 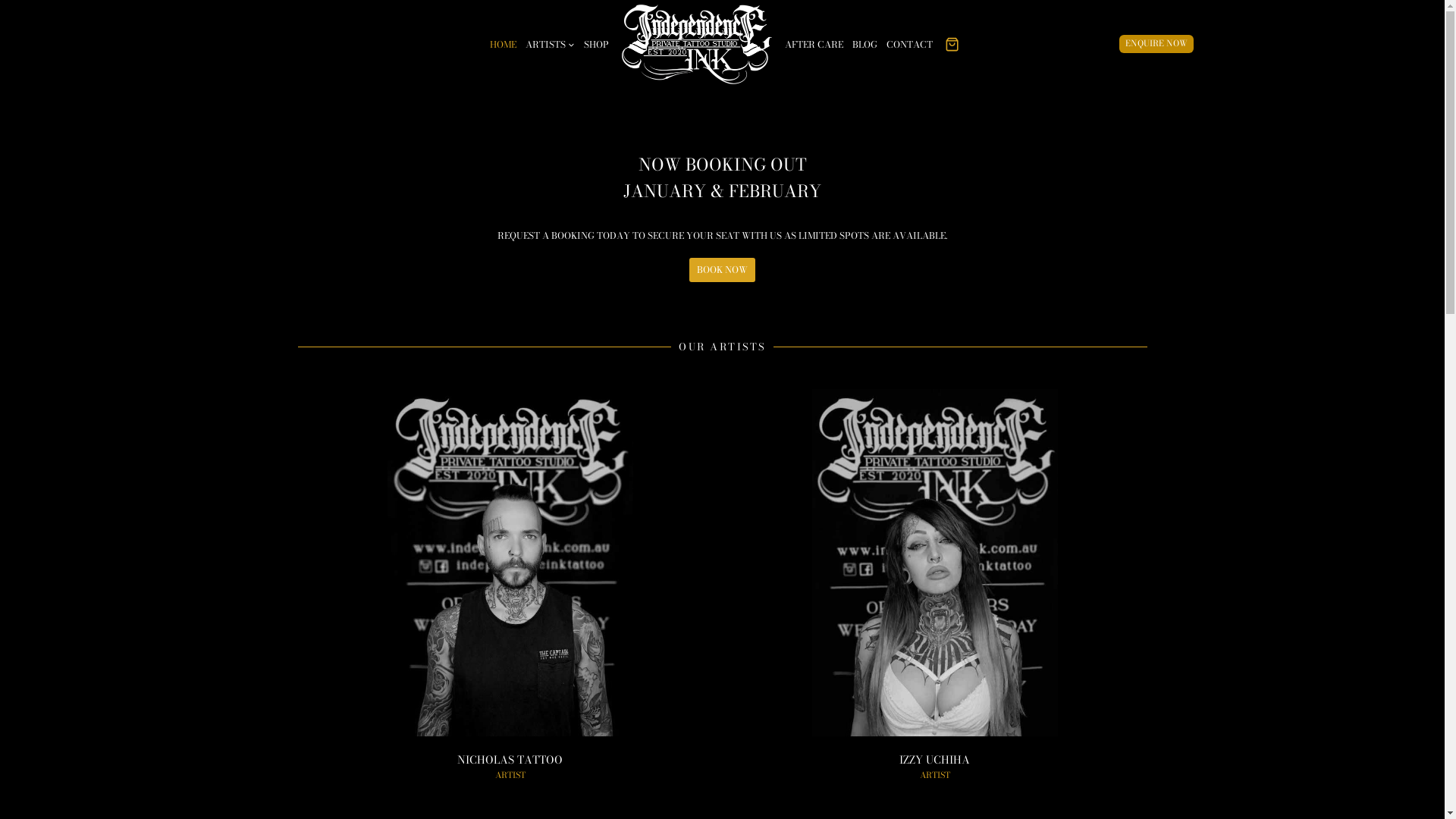 What do you see at coordinates (549, 42) in the screenshot?
I see `'ARTISTS'` at bounding box center [549, 42].